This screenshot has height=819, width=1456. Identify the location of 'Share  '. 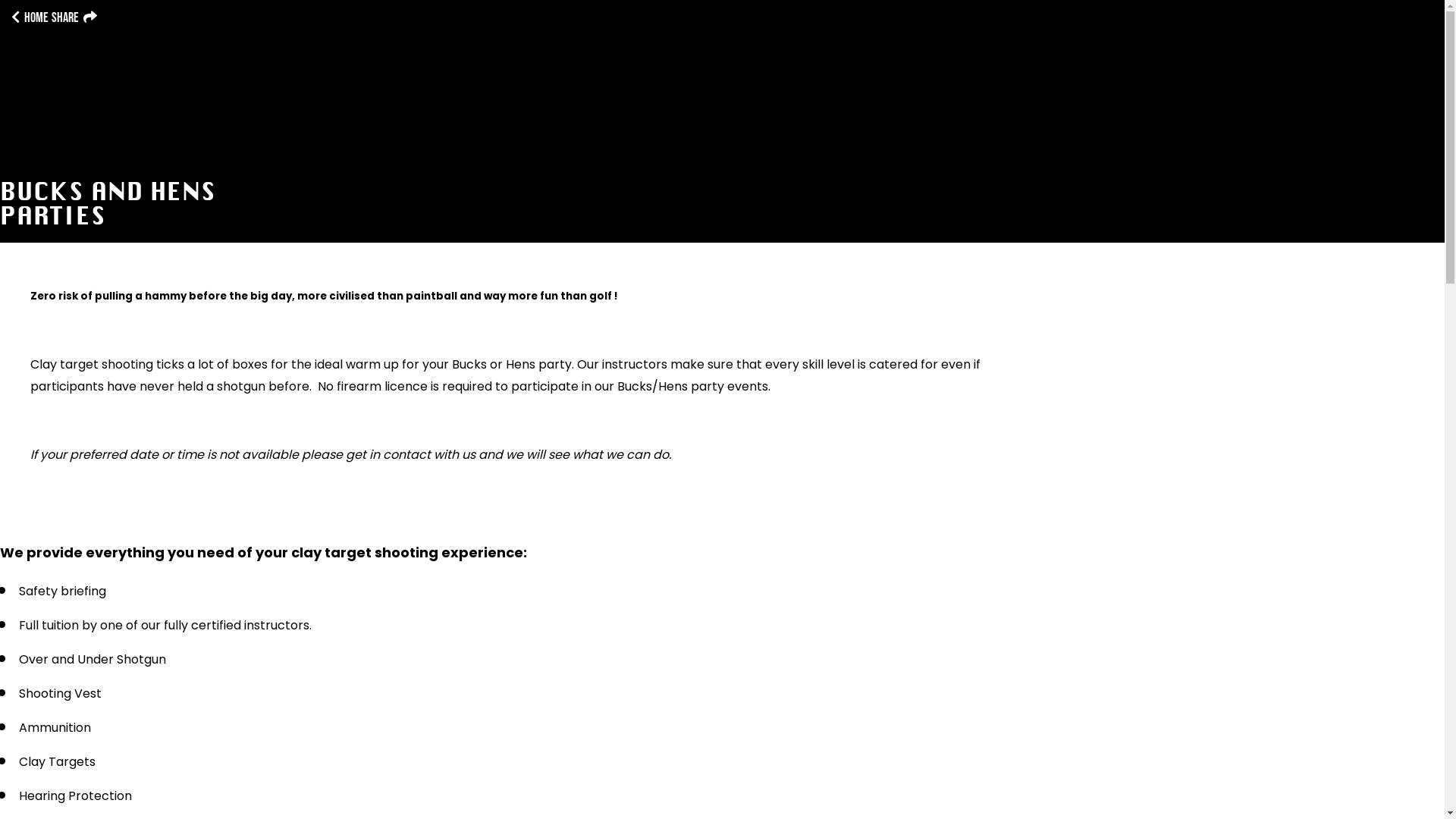
(73, 17).